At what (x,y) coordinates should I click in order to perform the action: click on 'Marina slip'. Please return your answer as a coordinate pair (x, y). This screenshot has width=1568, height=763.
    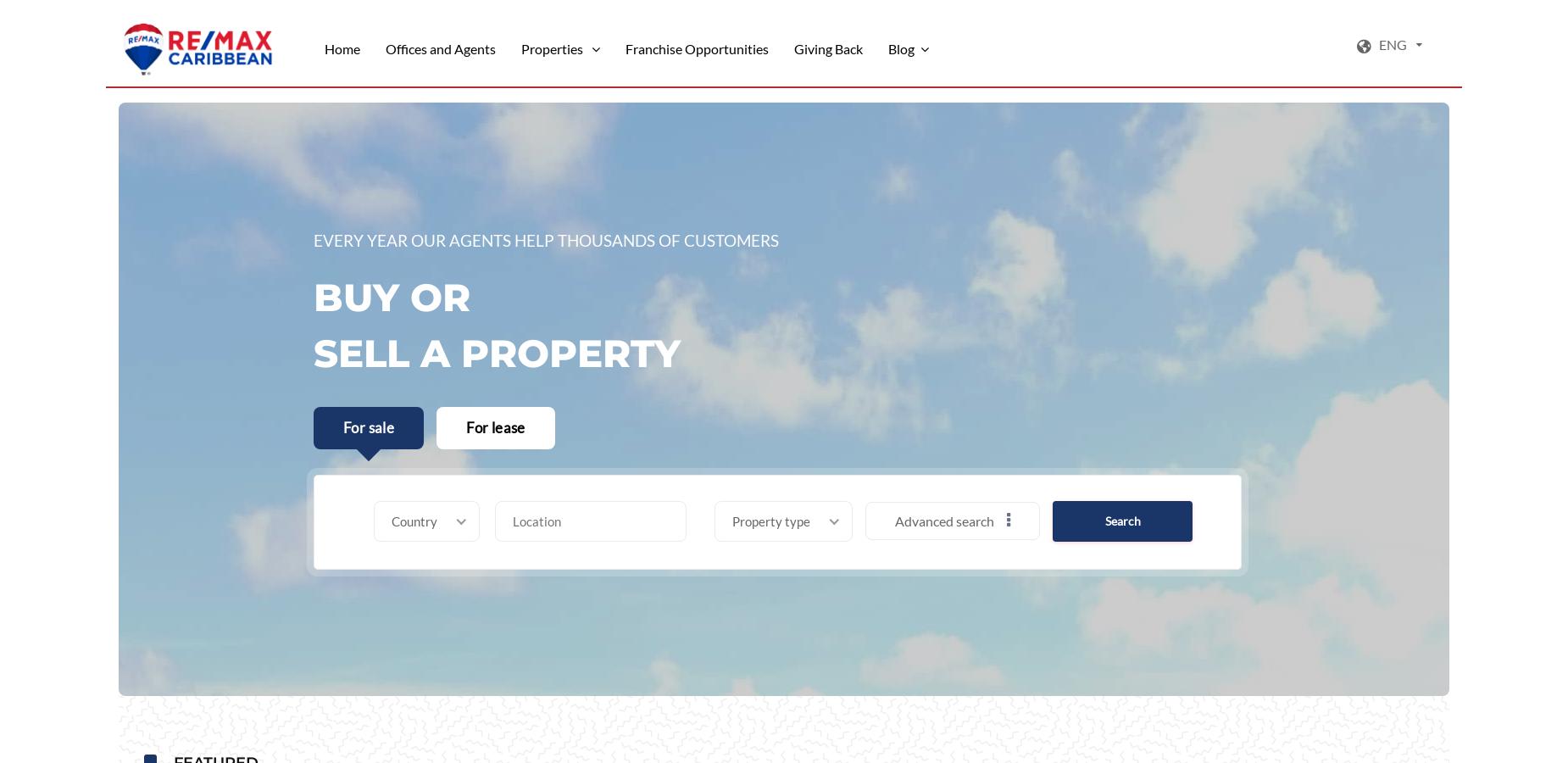
    Looking at the image, I should click on (769, 726).